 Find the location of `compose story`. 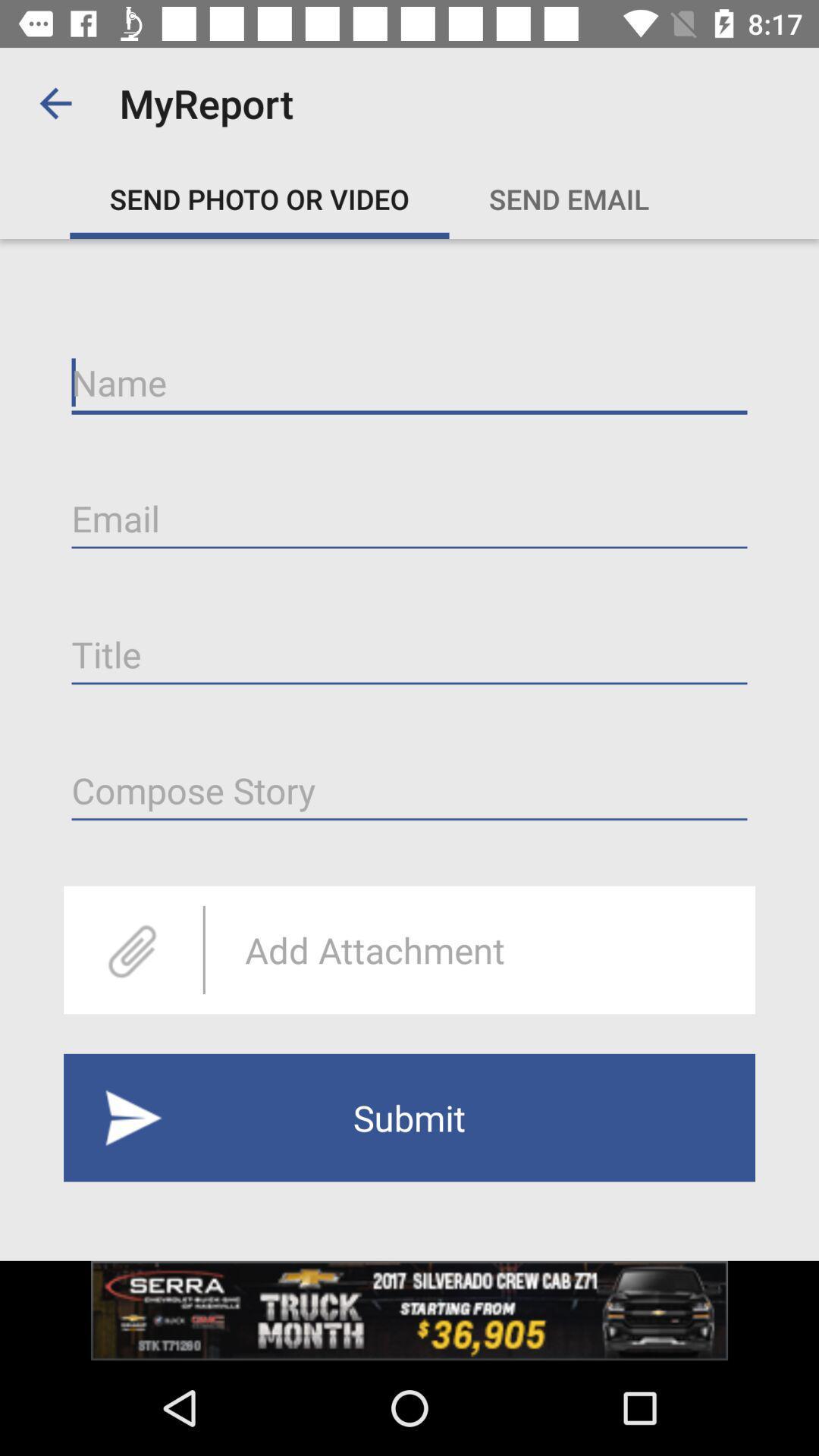

compose story is located at coordinates (409, 790).